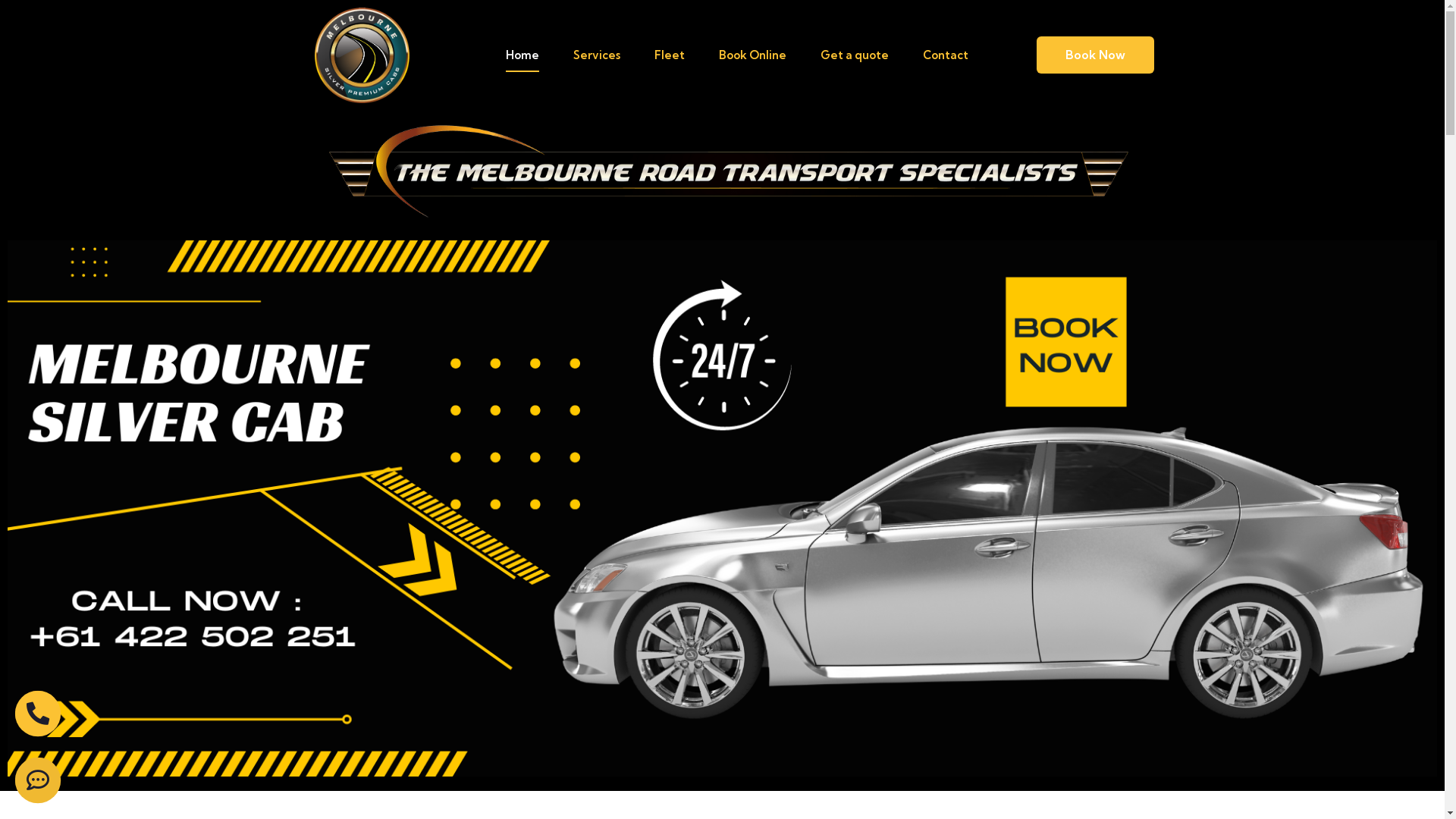 Image resolution: width=1456 pixels, height=819 pixels. Describe the element at coordinates (945, 54) in the screenshot. I see `'Contact'` at that location.